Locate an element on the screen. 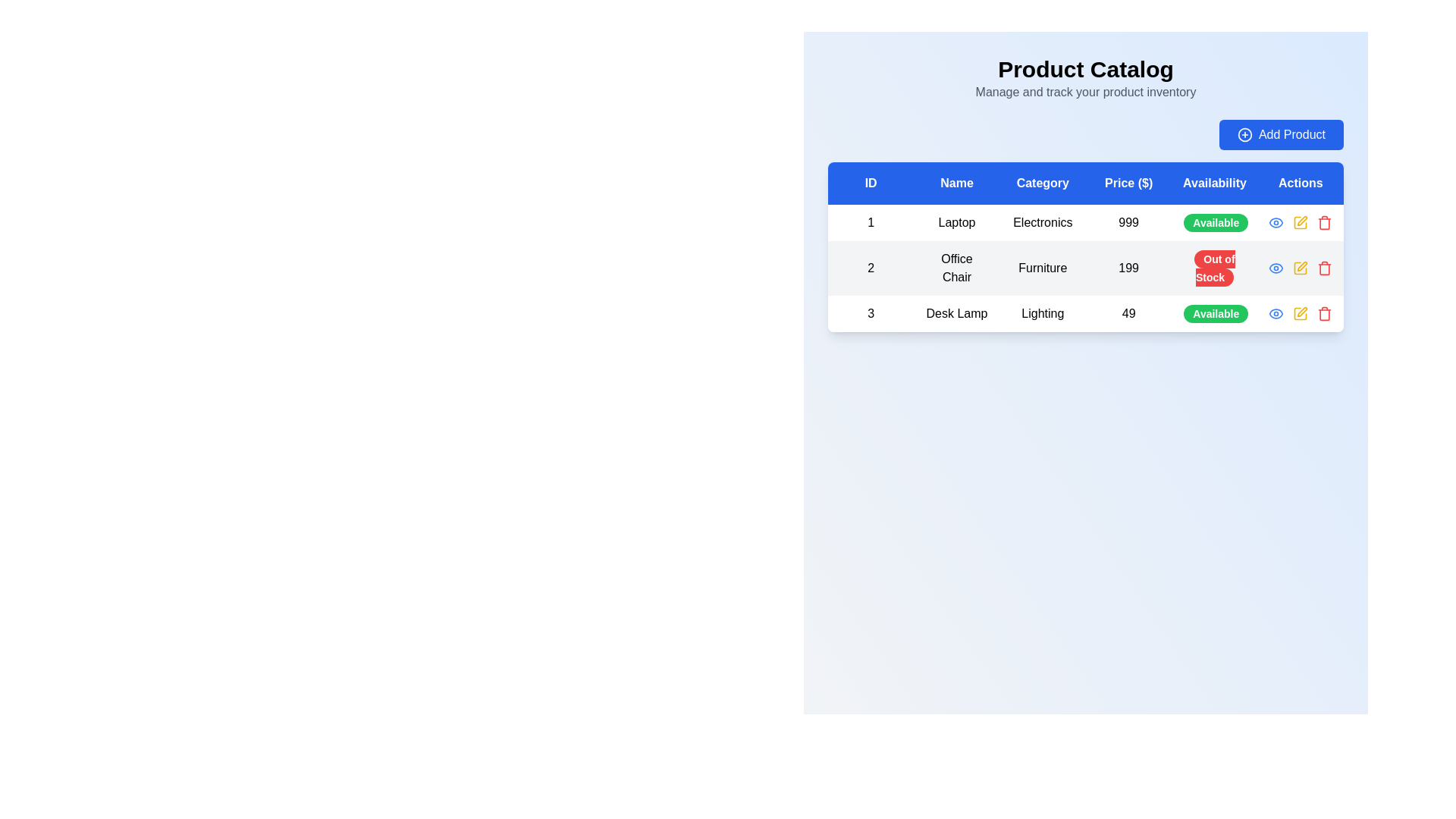 Image resolution: width=1456 pixels, height=819 pixels. the price text of the product 'Laptop' located in the fourth column of the first row of the 'Product Catalog' table, adjacent to 'Electronics' and 'Available' is located at coordinates (1128, 222).